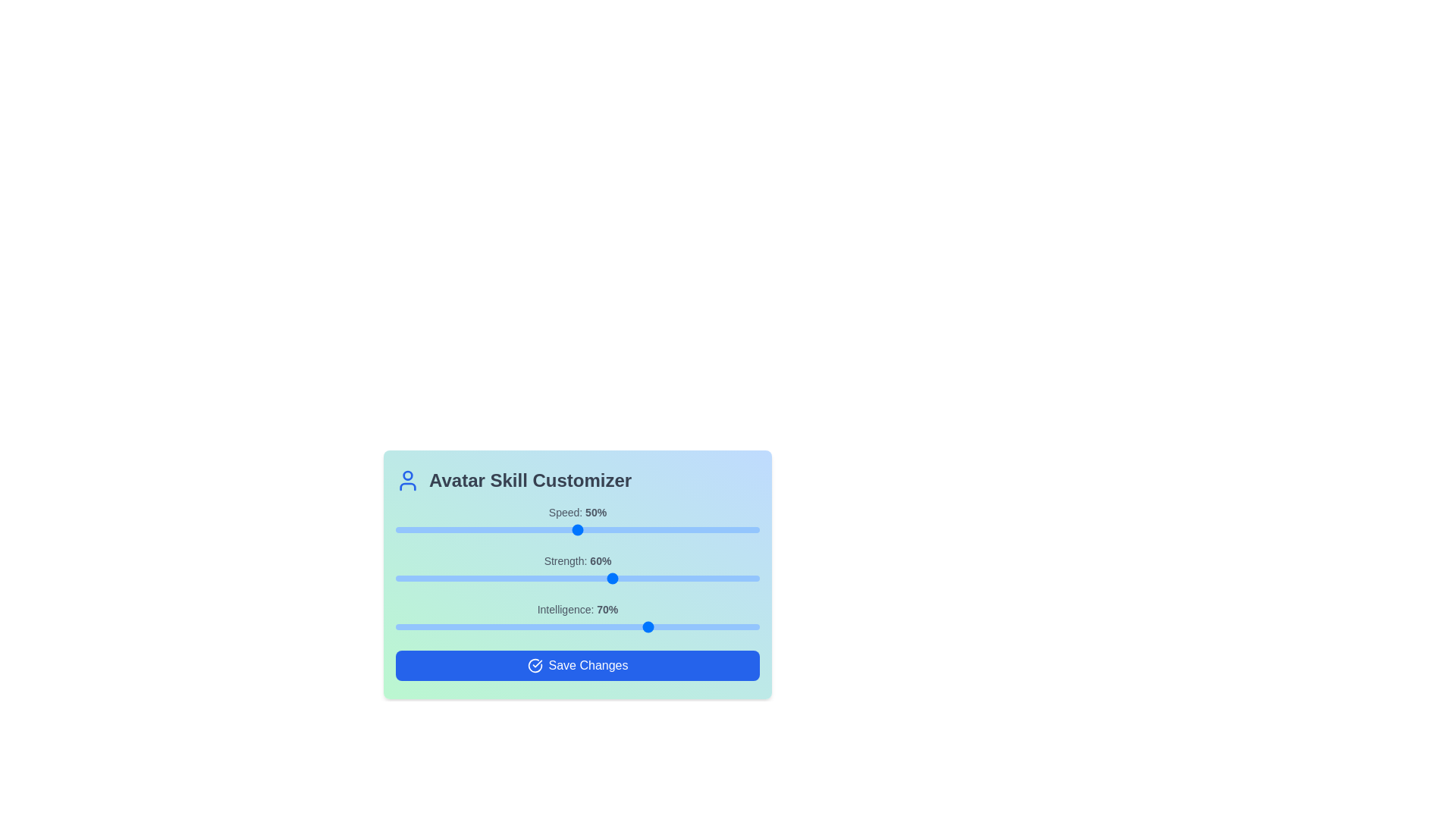 This screenshot has width=1456, height=819. What do you see at coordinates (577, 665) in the screenshot?
I see `the 'Save Changes' button with a blue background and a checkmark icon` at bounding box center [577, 665].